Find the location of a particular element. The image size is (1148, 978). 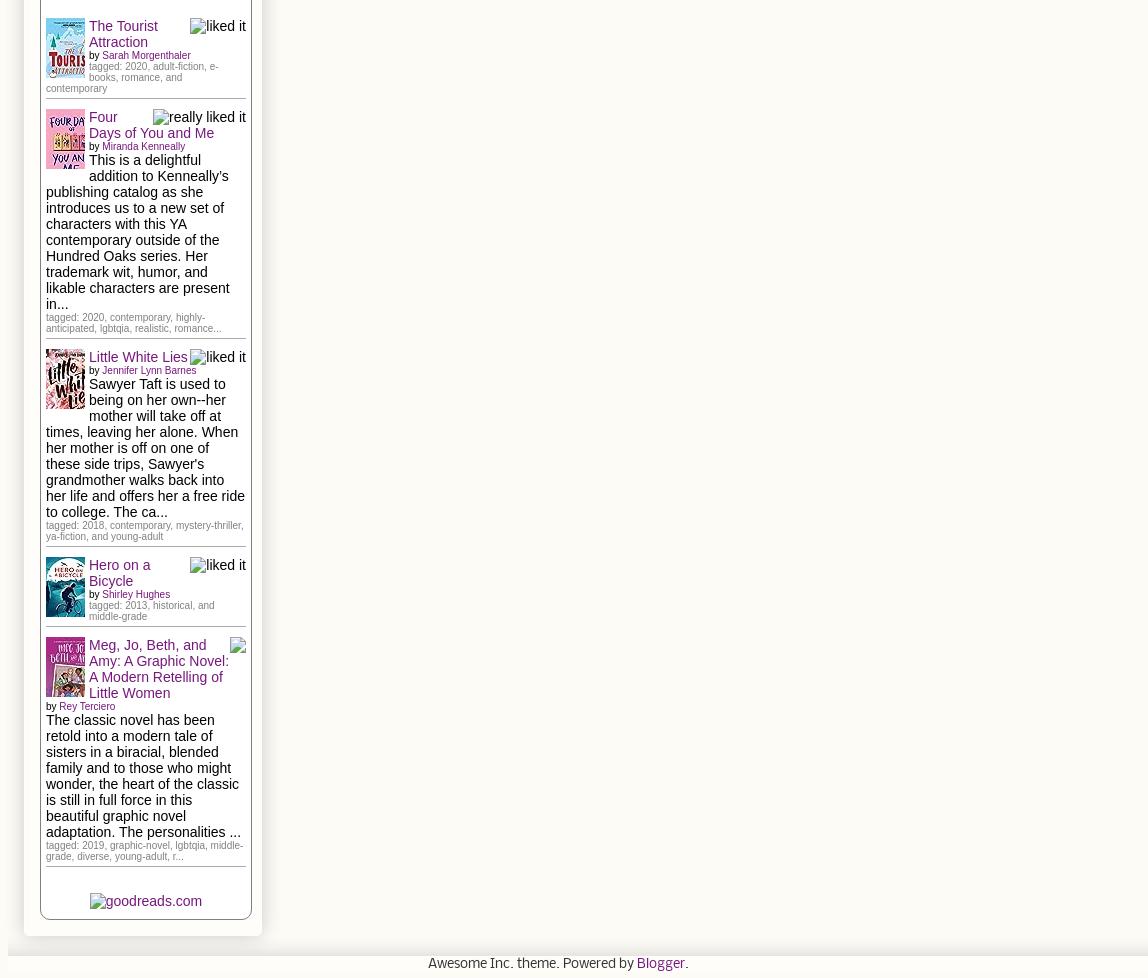

'Four Days of You and Me' is located at coordinates (151, 124).